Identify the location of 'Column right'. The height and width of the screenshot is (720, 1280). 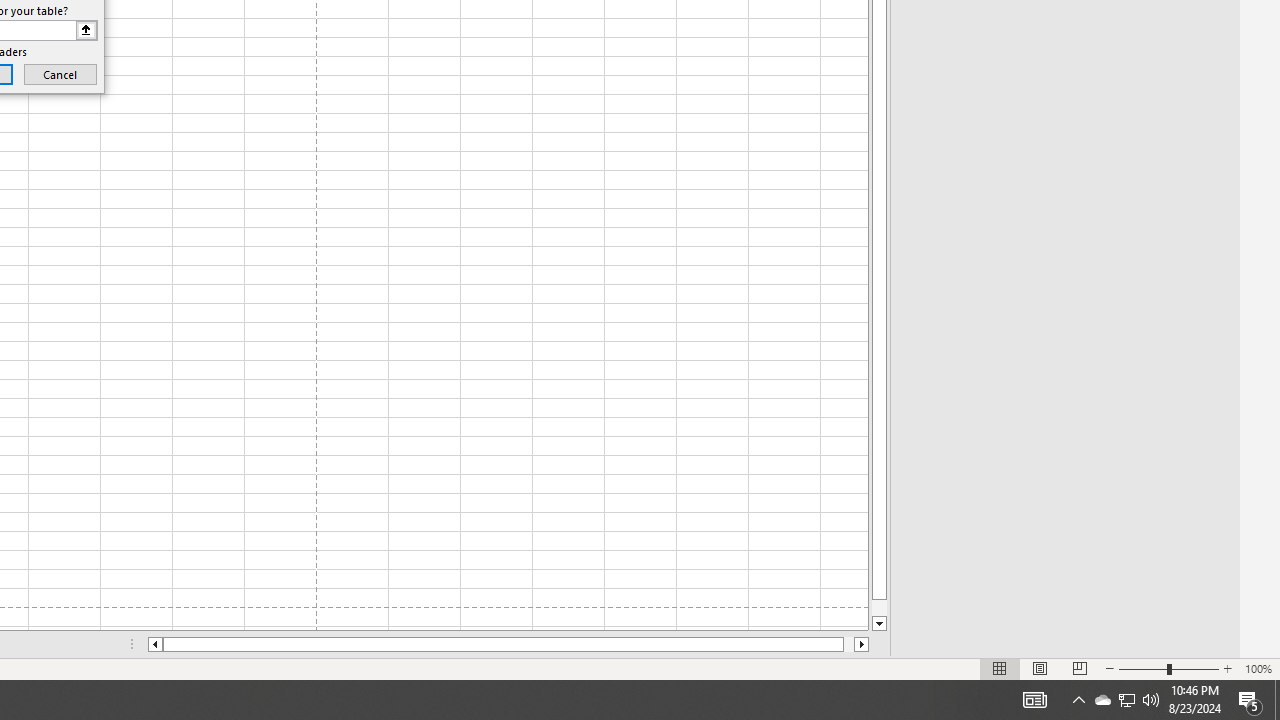
(862, 644).